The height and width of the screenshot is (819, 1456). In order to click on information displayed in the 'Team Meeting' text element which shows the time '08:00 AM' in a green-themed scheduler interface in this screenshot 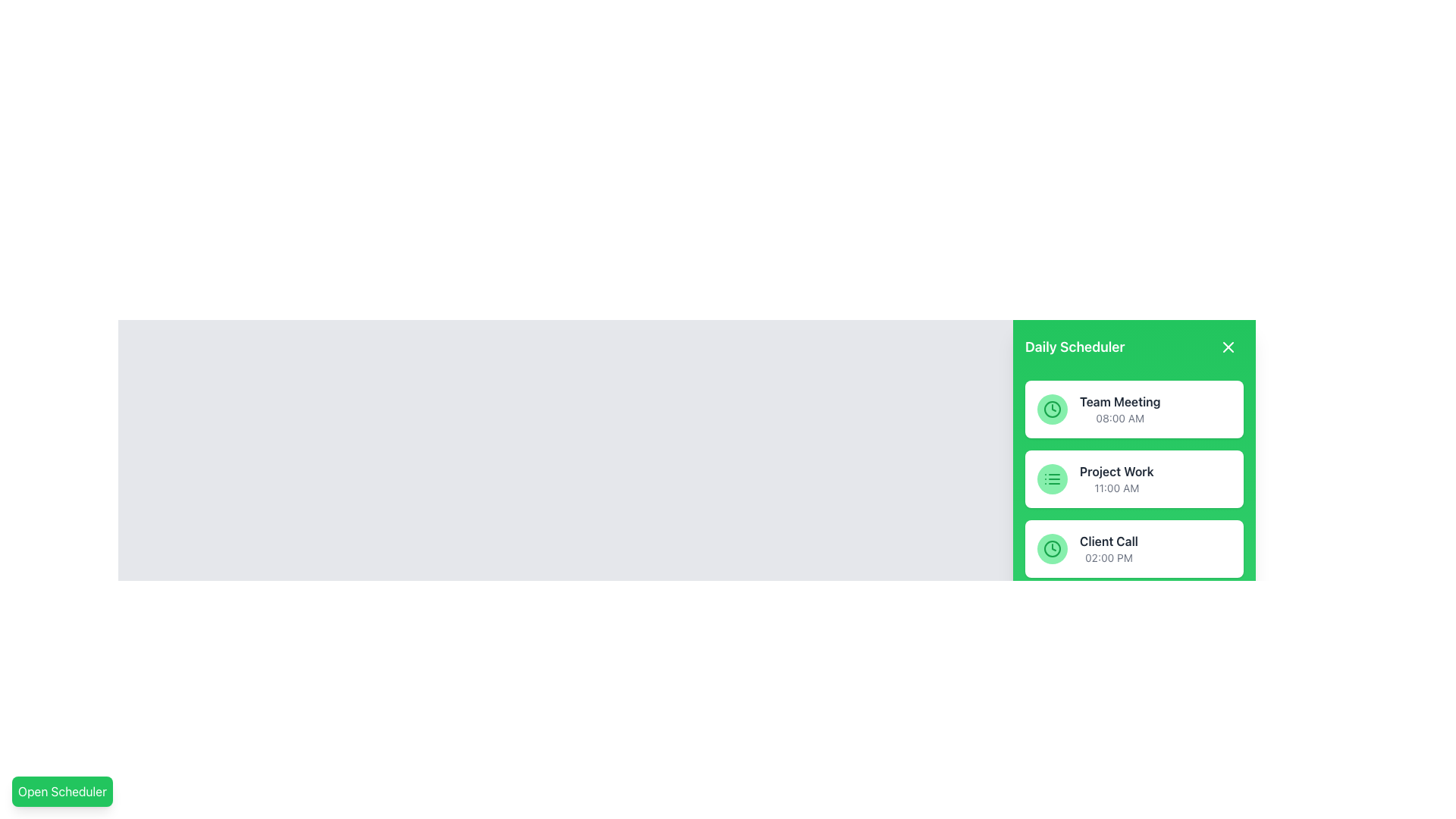, I will do `click(1120, 409)`.